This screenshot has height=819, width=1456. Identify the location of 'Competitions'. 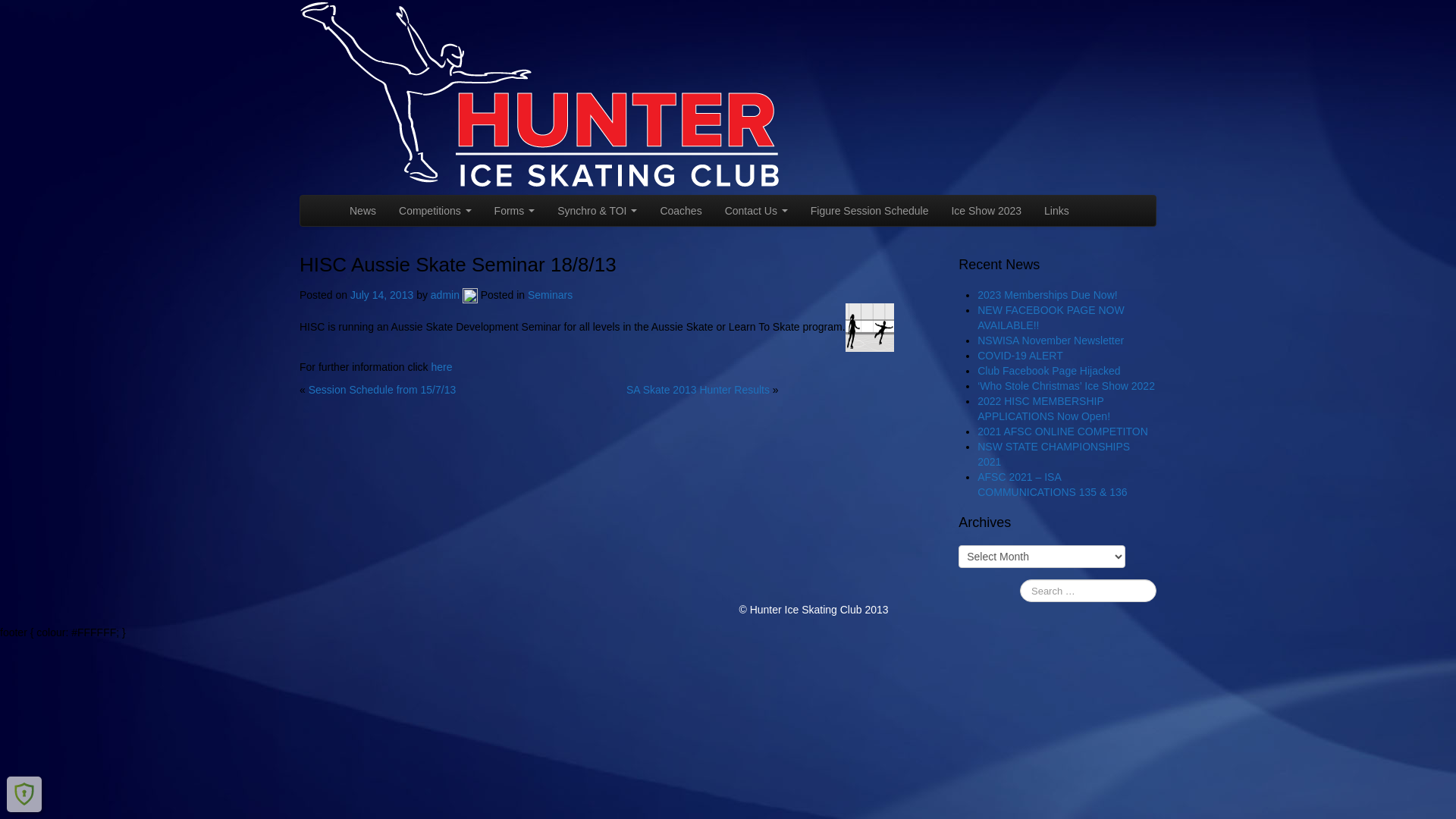
(435, 210).